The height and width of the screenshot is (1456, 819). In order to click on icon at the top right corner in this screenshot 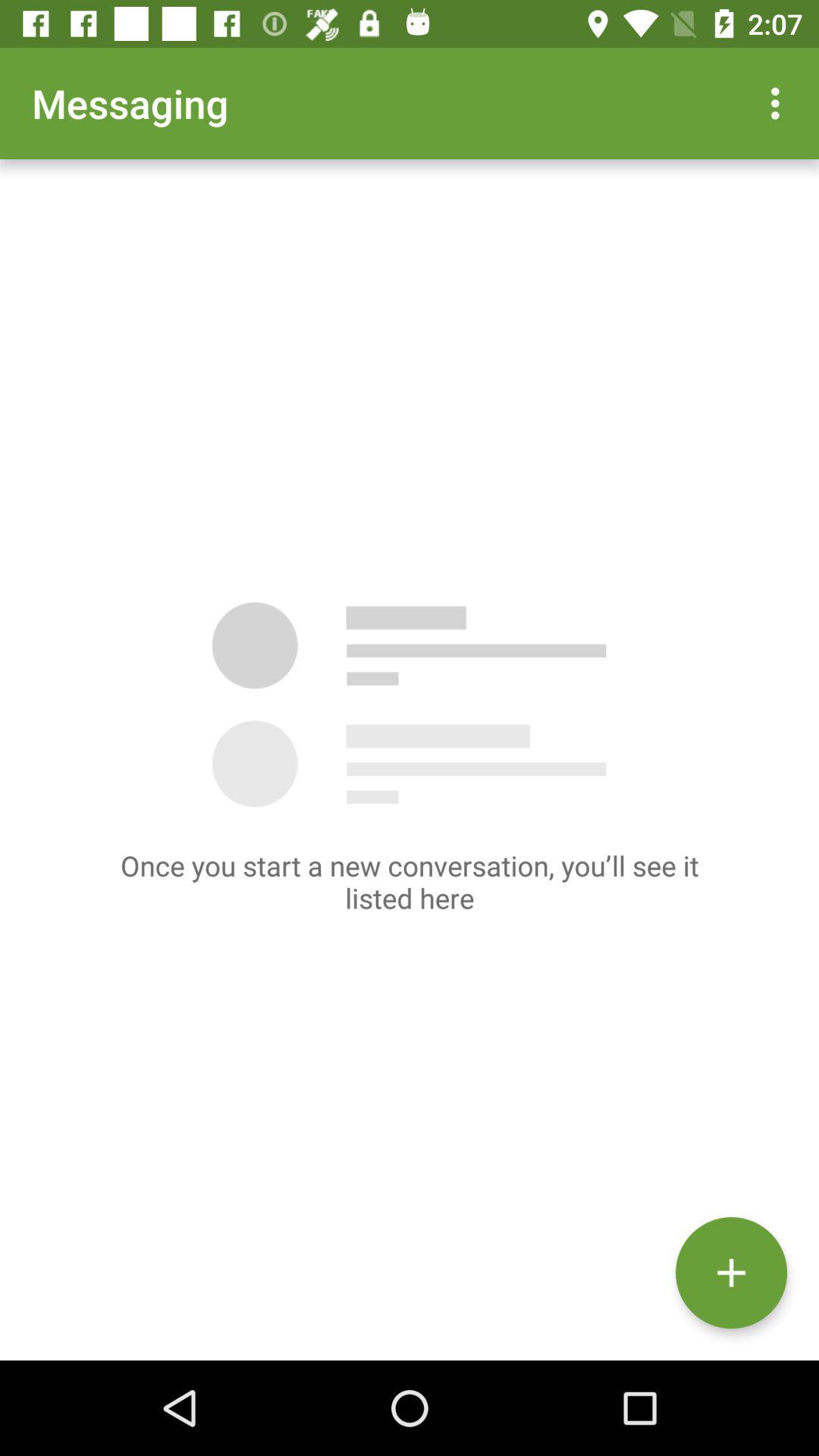, I will do `click(779, 102)`.